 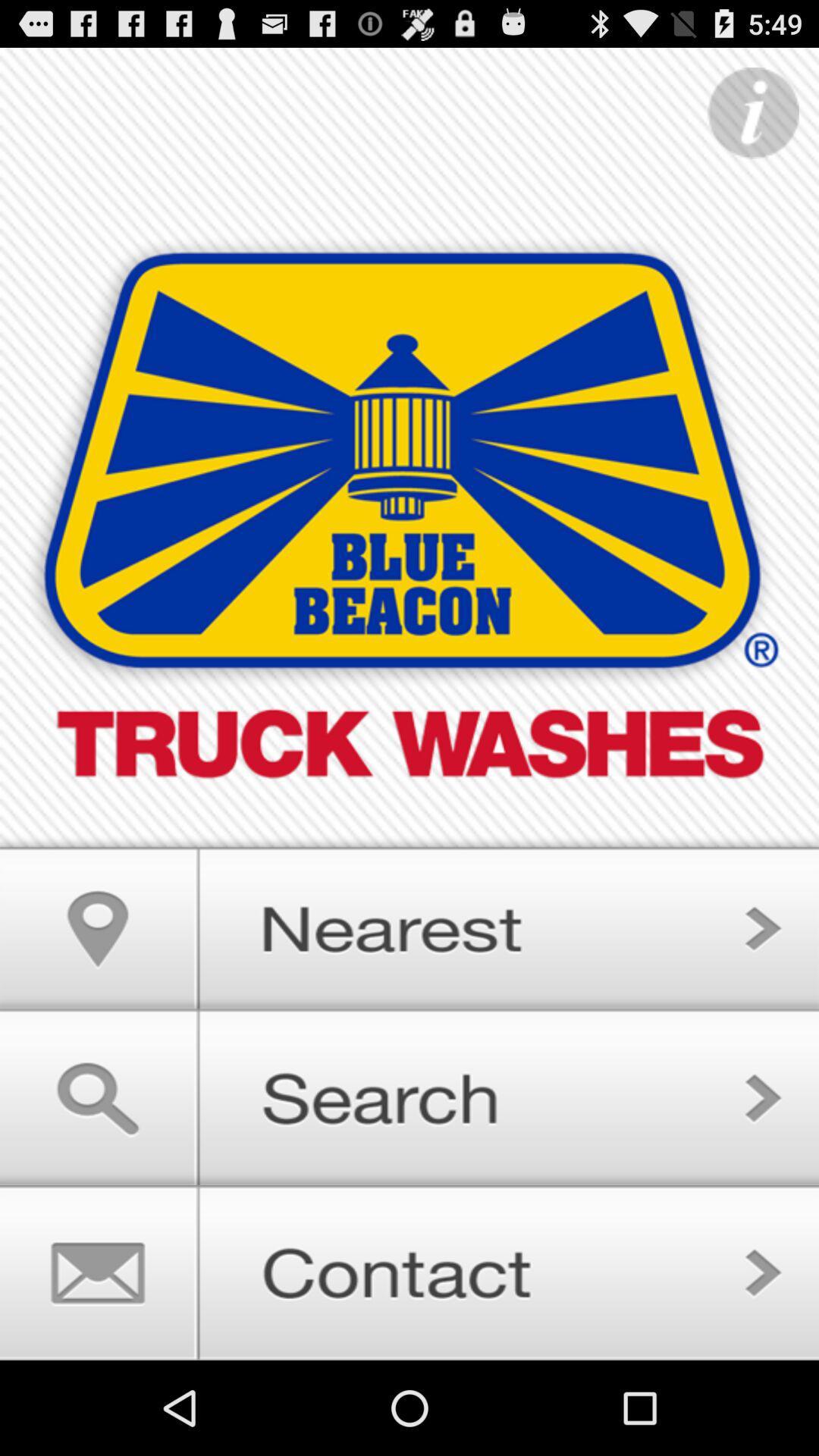 What do you see at coordinates (409, 1272) in the screenshot?
I see `contact` at bounding box center [409, 1272].